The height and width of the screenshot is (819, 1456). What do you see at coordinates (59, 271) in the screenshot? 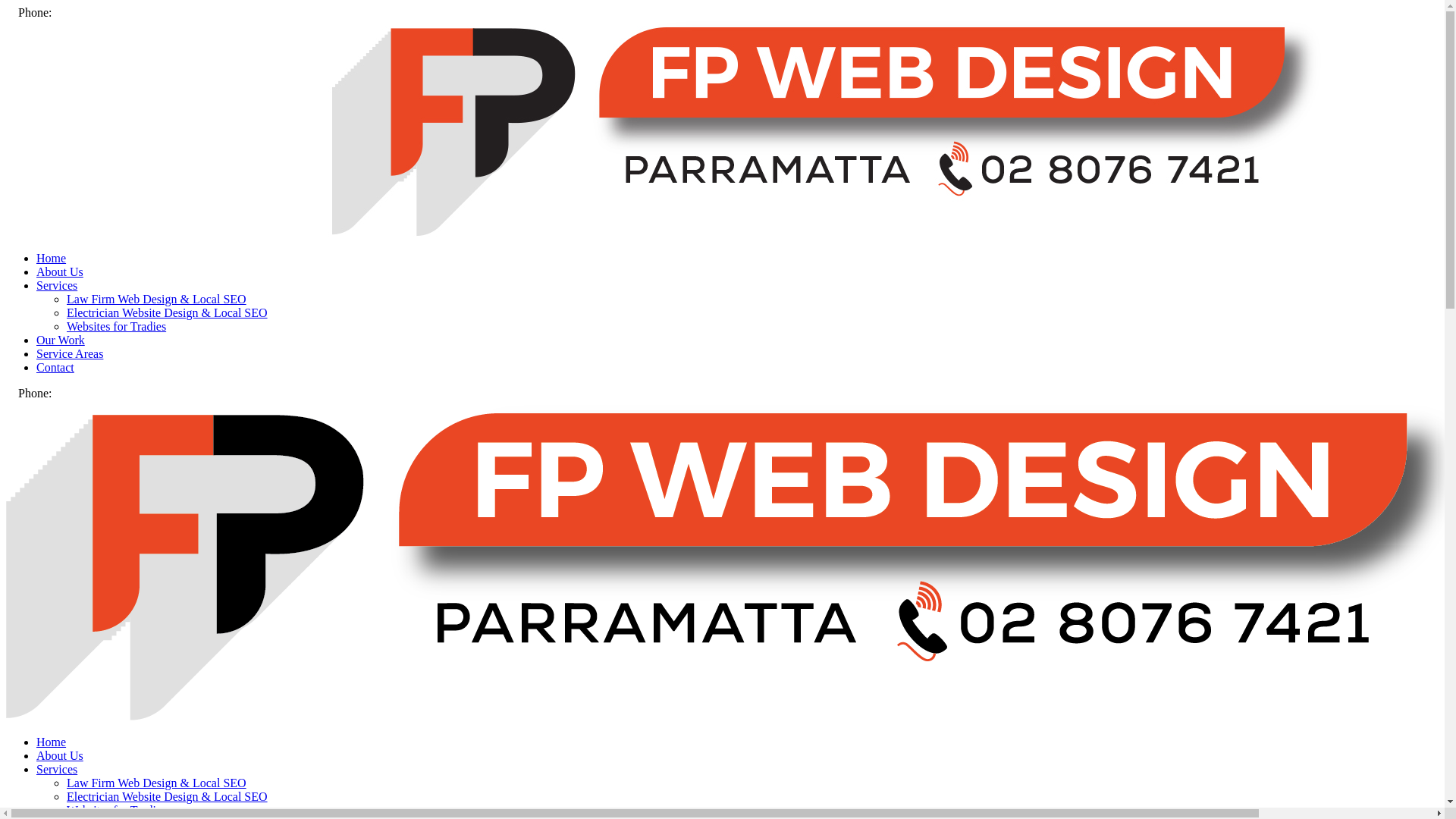
I see `'About Us'` at bounding box center [59, 271].